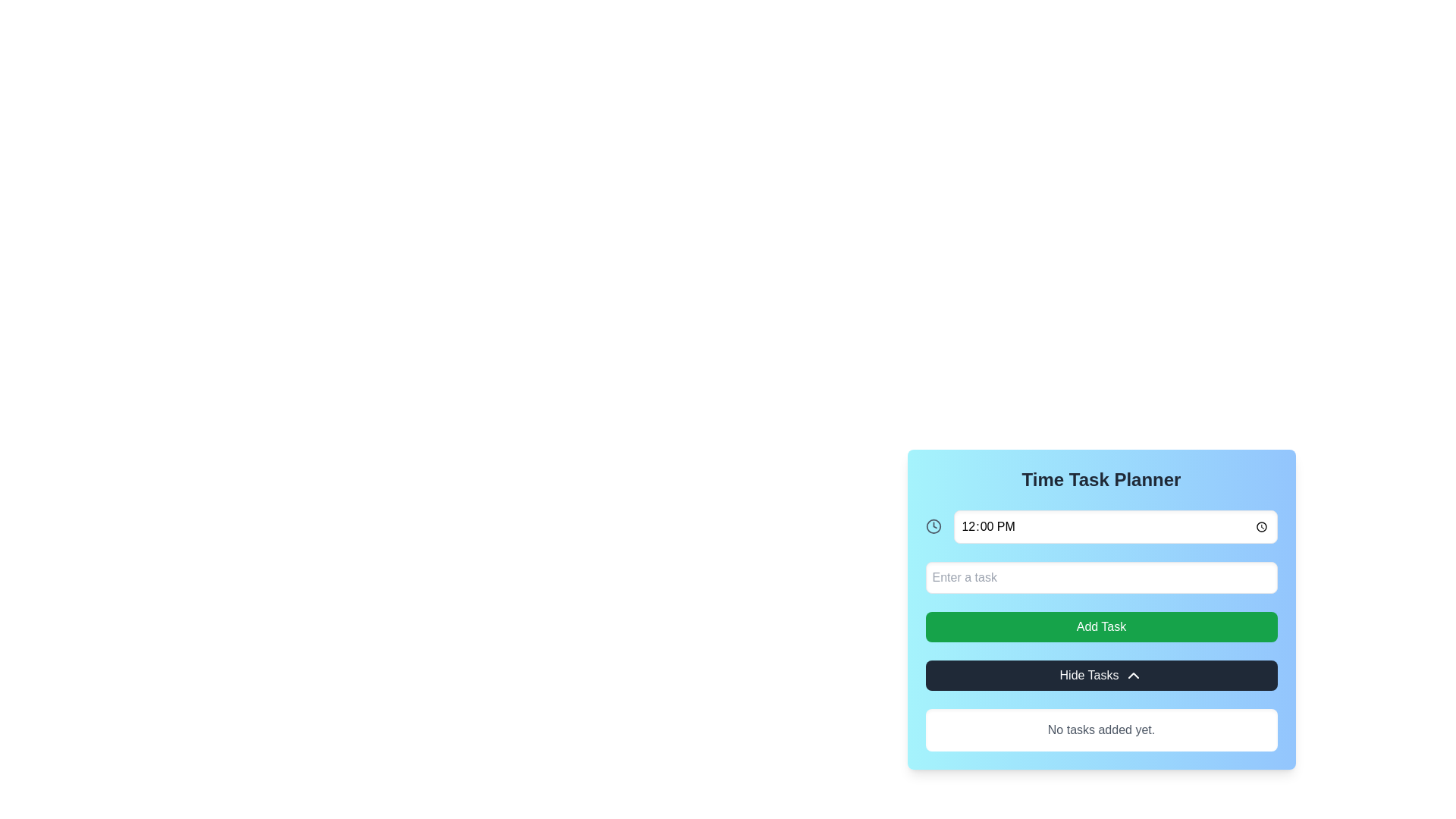  I want to click on the upward-pointing chevron icon located inside the 'Hide Tasks' button within the 'Time Task Planner' section, so click(1134, 675).